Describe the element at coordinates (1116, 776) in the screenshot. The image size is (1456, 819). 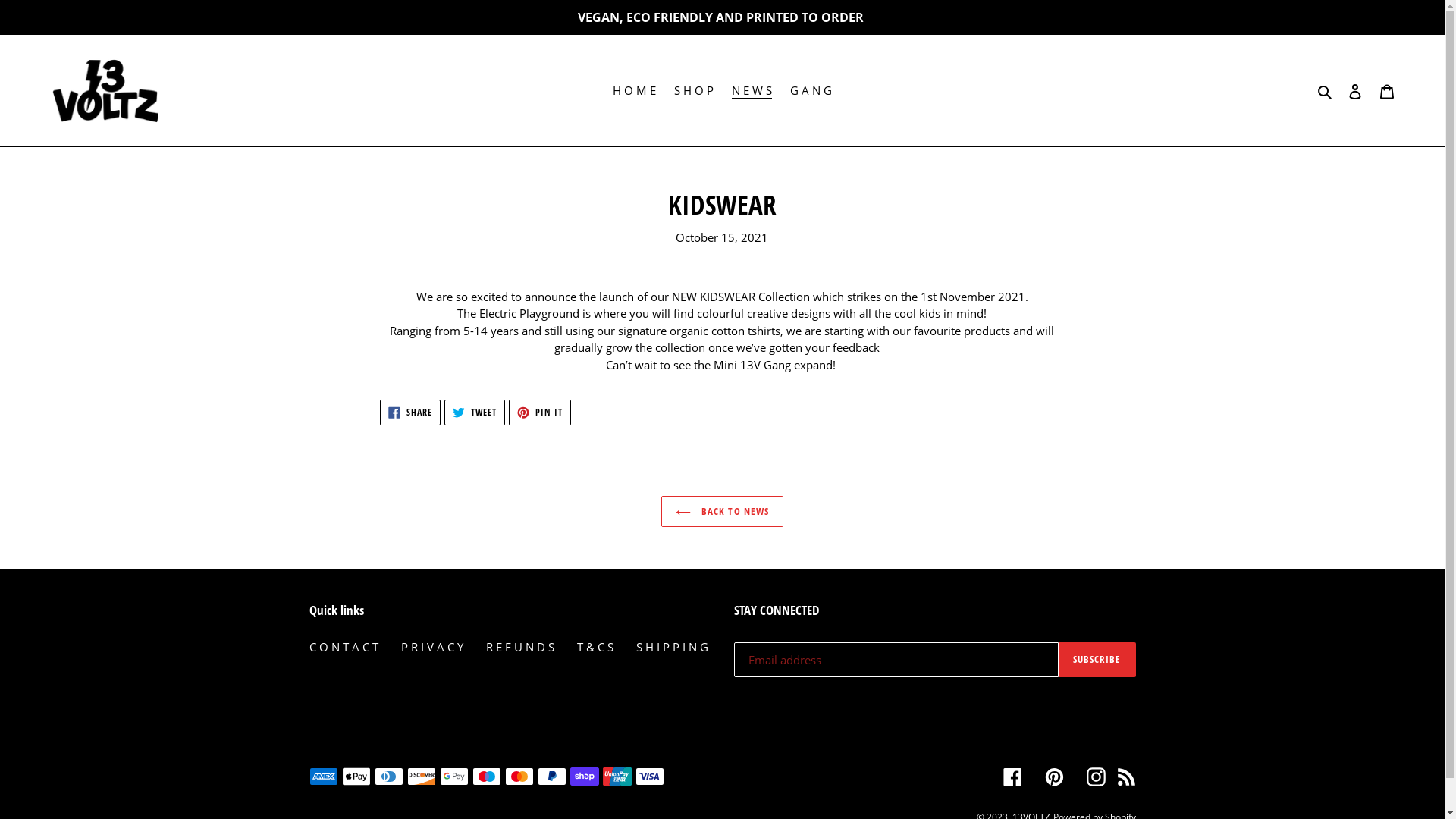
I see `'RSS'` at that location.